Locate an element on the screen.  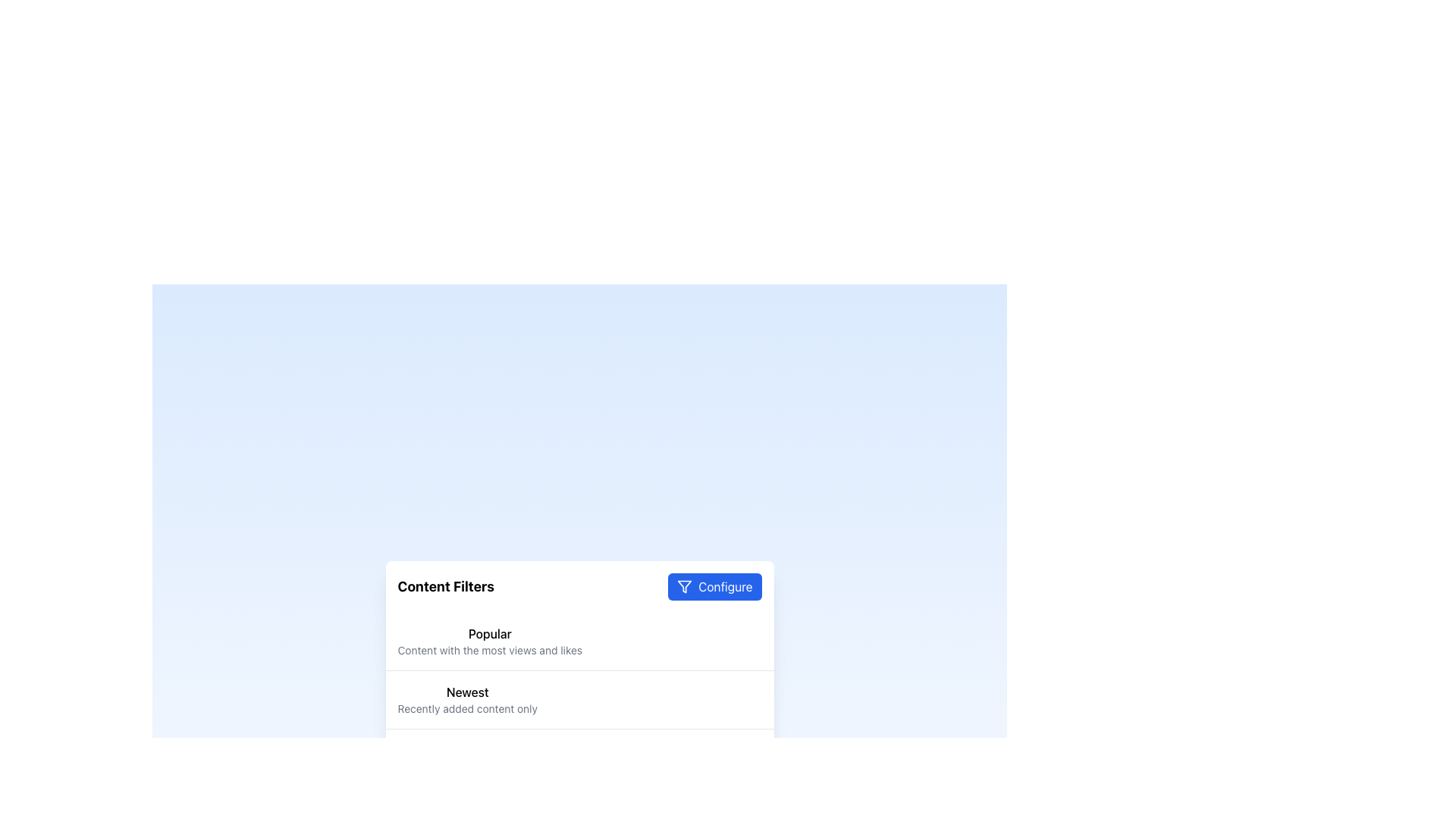
to select the 'Popular' filter option, the top entry in the 'Content Filters' list is located at coordinates (579, 641).